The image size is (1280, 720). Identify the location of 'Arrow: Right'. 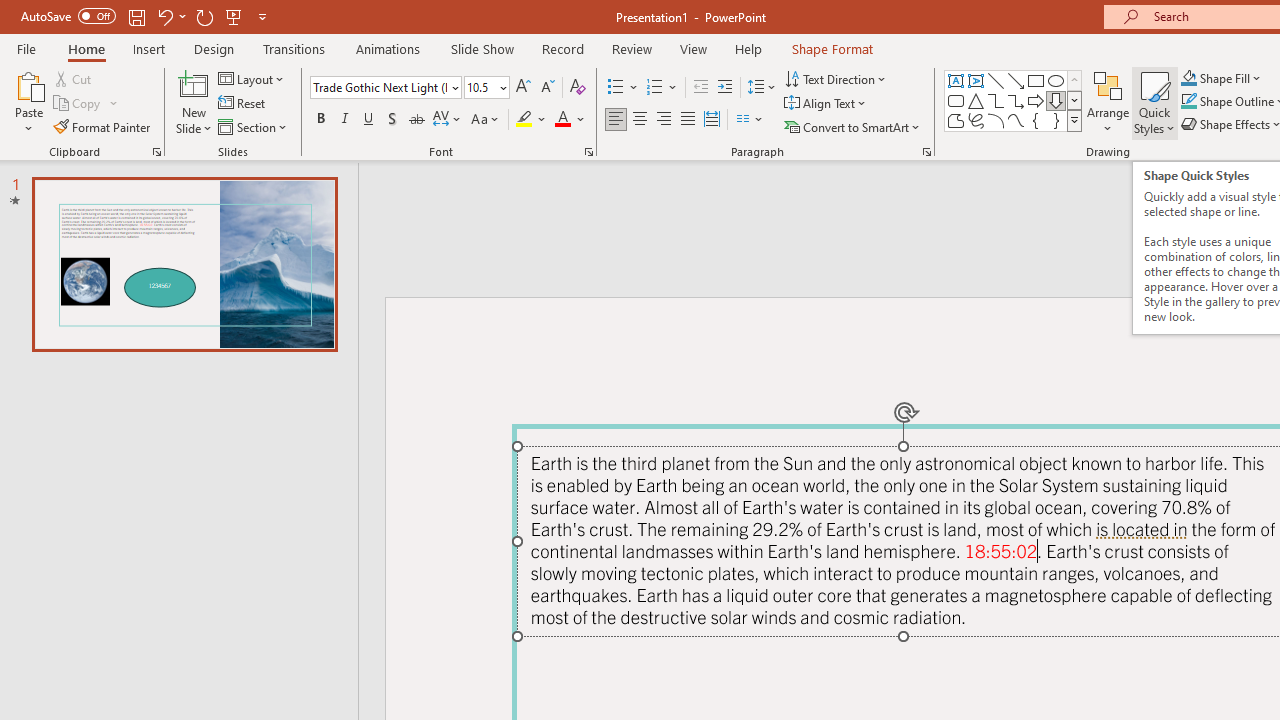
(1036, 100).